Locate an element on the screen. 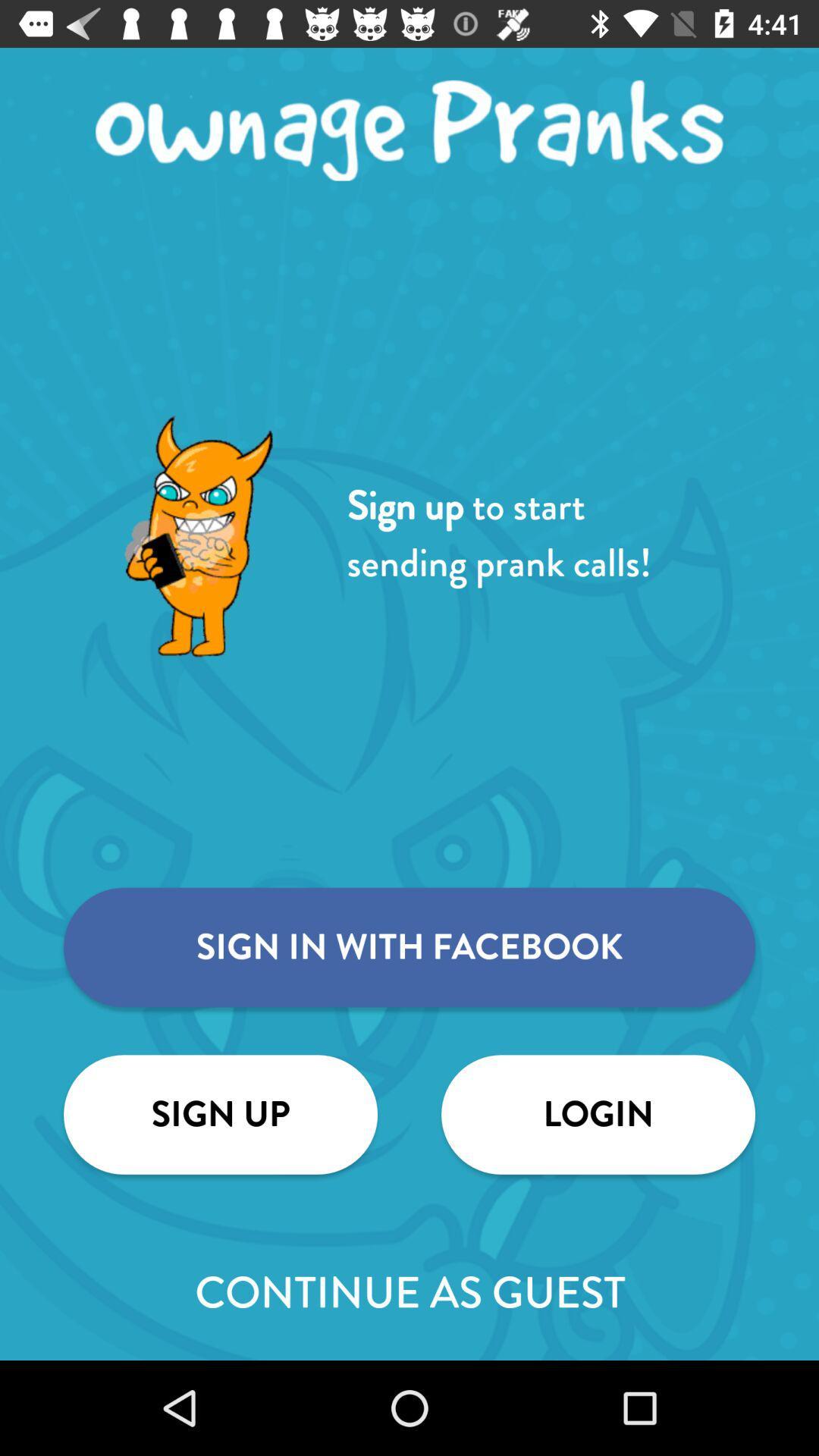 The height and width of the screenshot is (1456, 819). the item above sign up icon is located at coordinates (409, 946).